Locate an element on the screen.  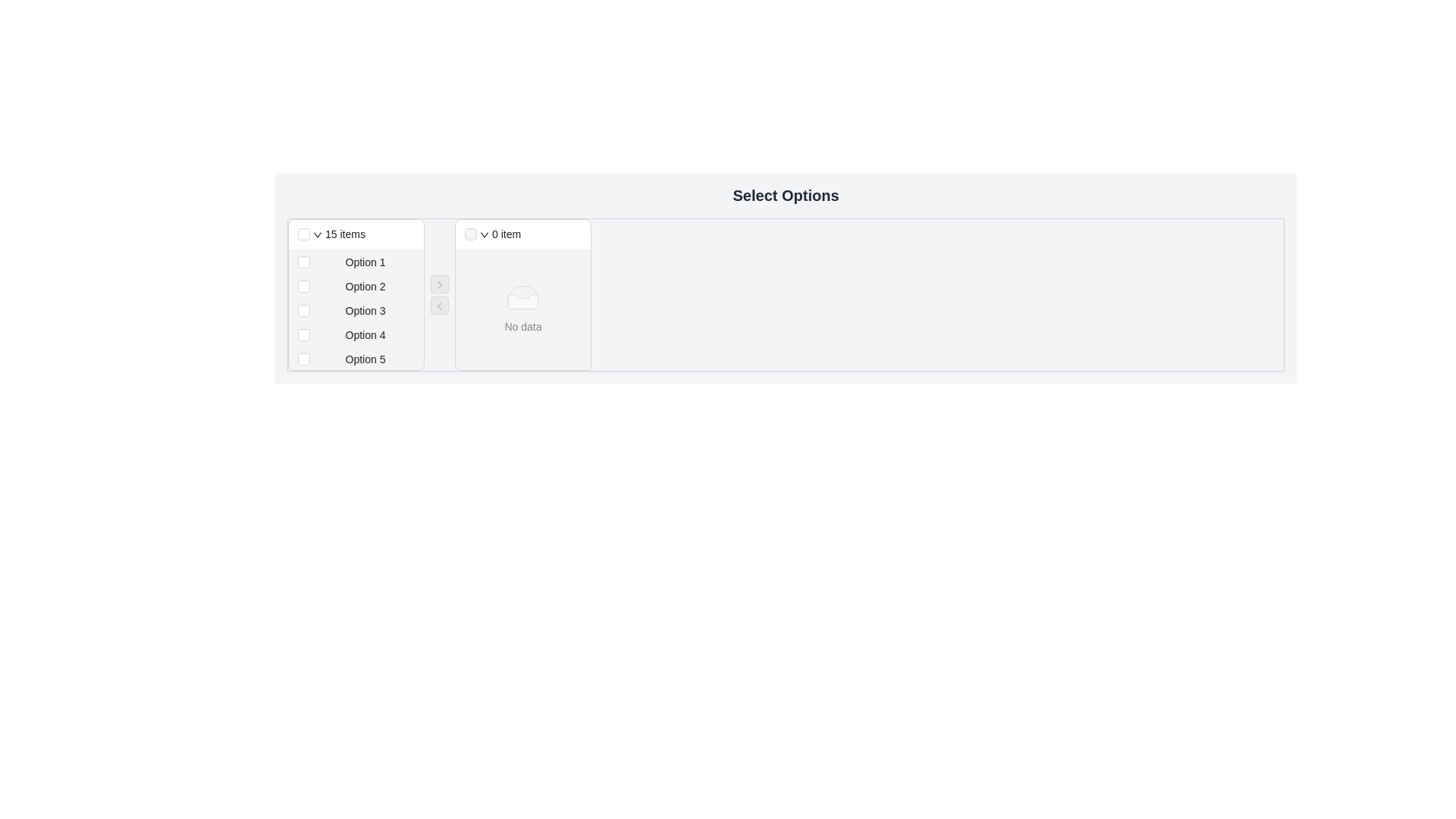
the checkbox associated with the 'Option 2' Selection List Item located beneath the header '15 items' in the left panel of the dual-panel interface is located at coordinates (356, 295).